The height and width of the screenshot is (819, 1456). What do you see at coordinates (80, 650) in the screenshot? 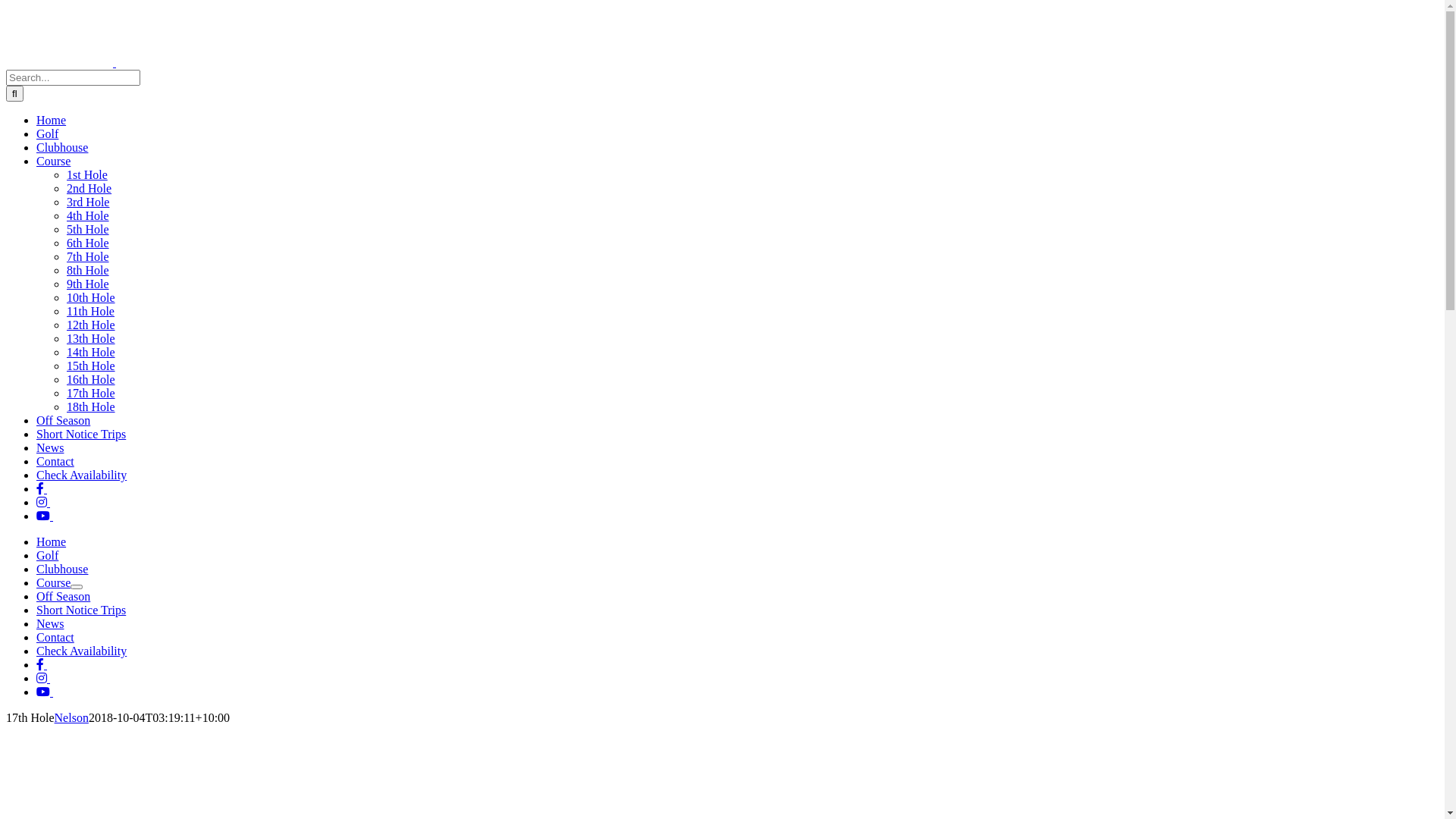
I see `'Check Availability'` at bounding box center [80, 650].